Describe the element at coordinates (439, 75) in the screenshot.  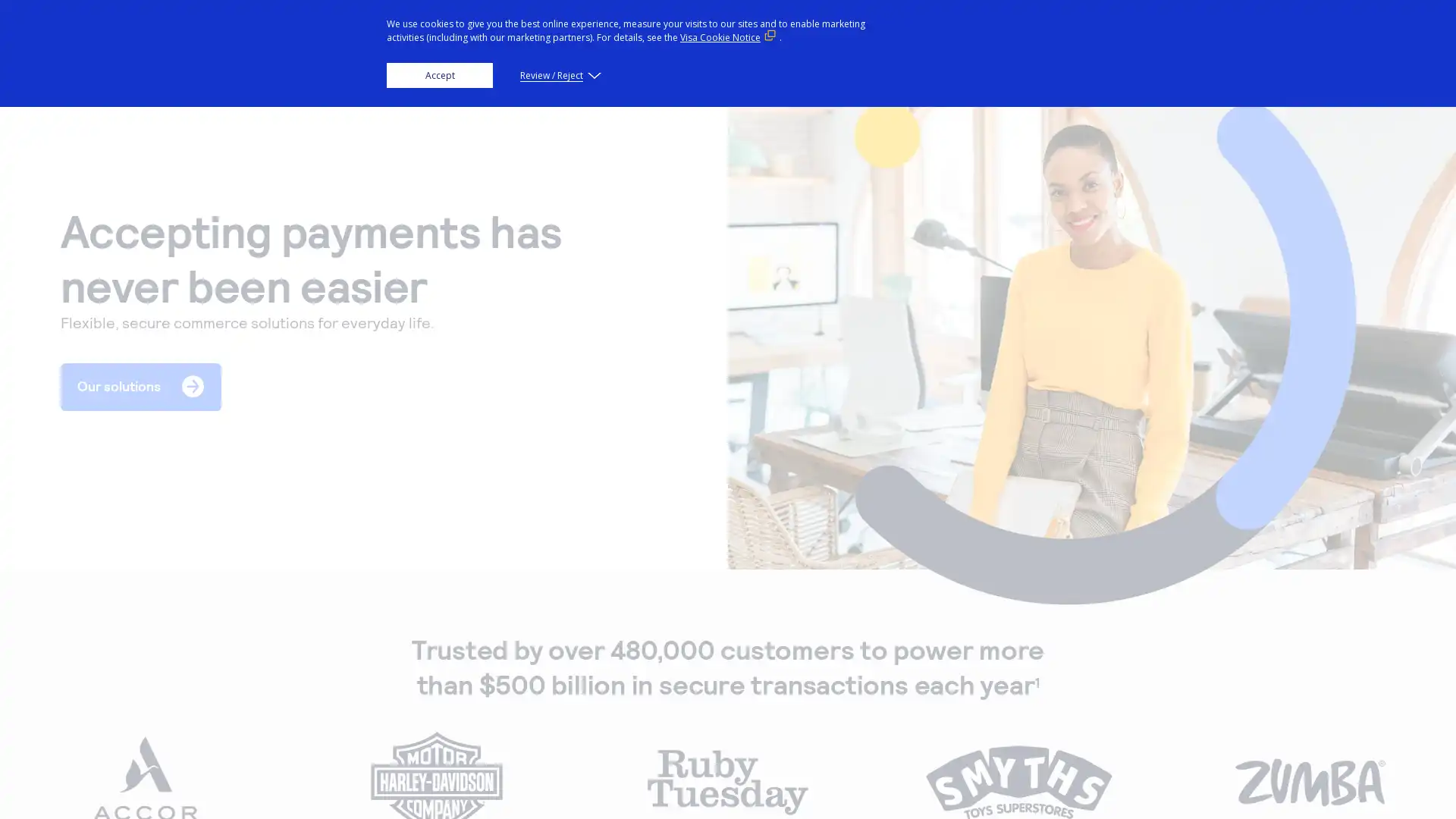
I see `Accept` at that location.